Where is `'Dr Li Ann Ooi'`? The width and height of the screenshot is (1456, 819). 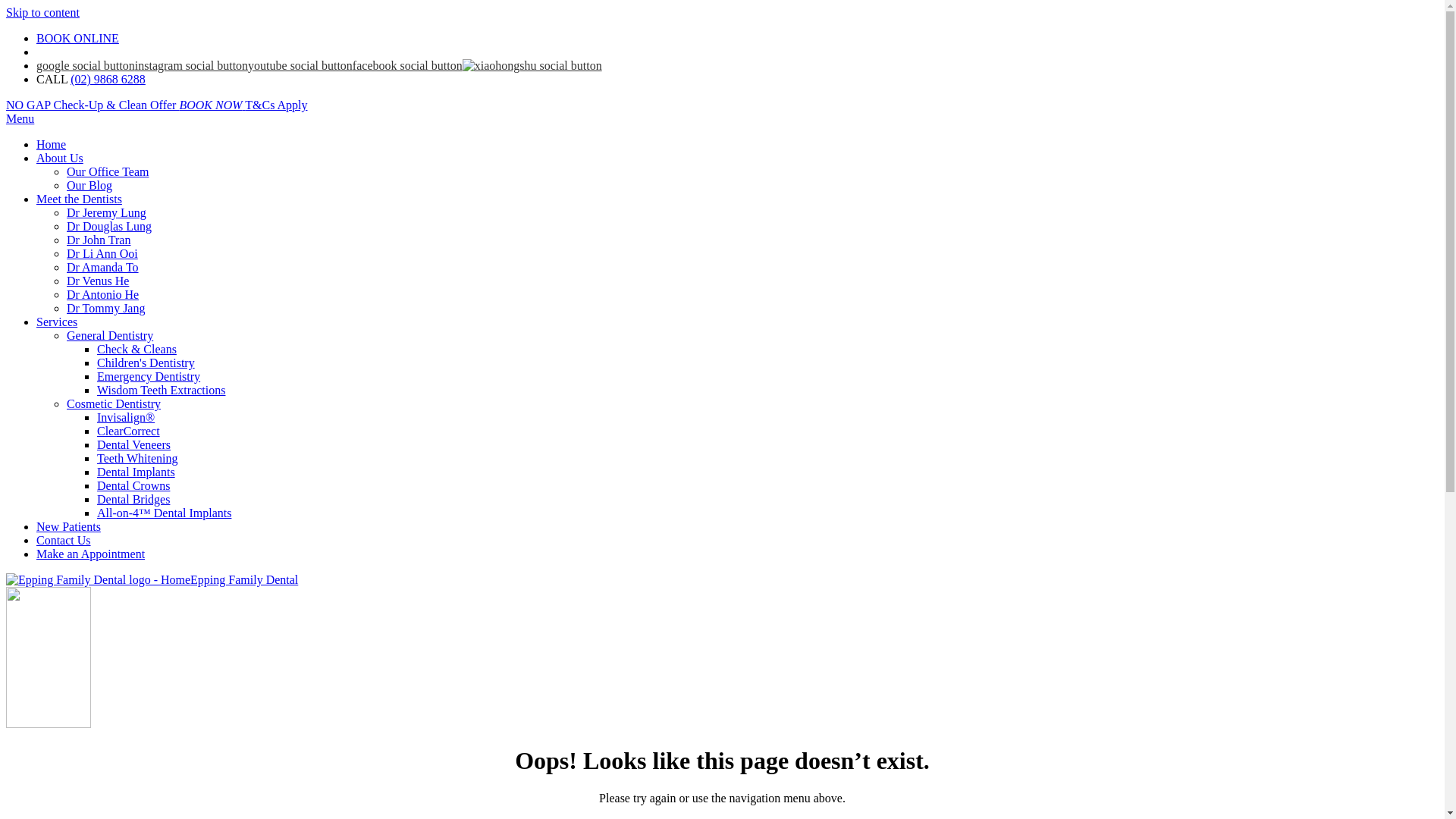
'Dr Li Ann Ooi' is located at coordinates (65, 253).